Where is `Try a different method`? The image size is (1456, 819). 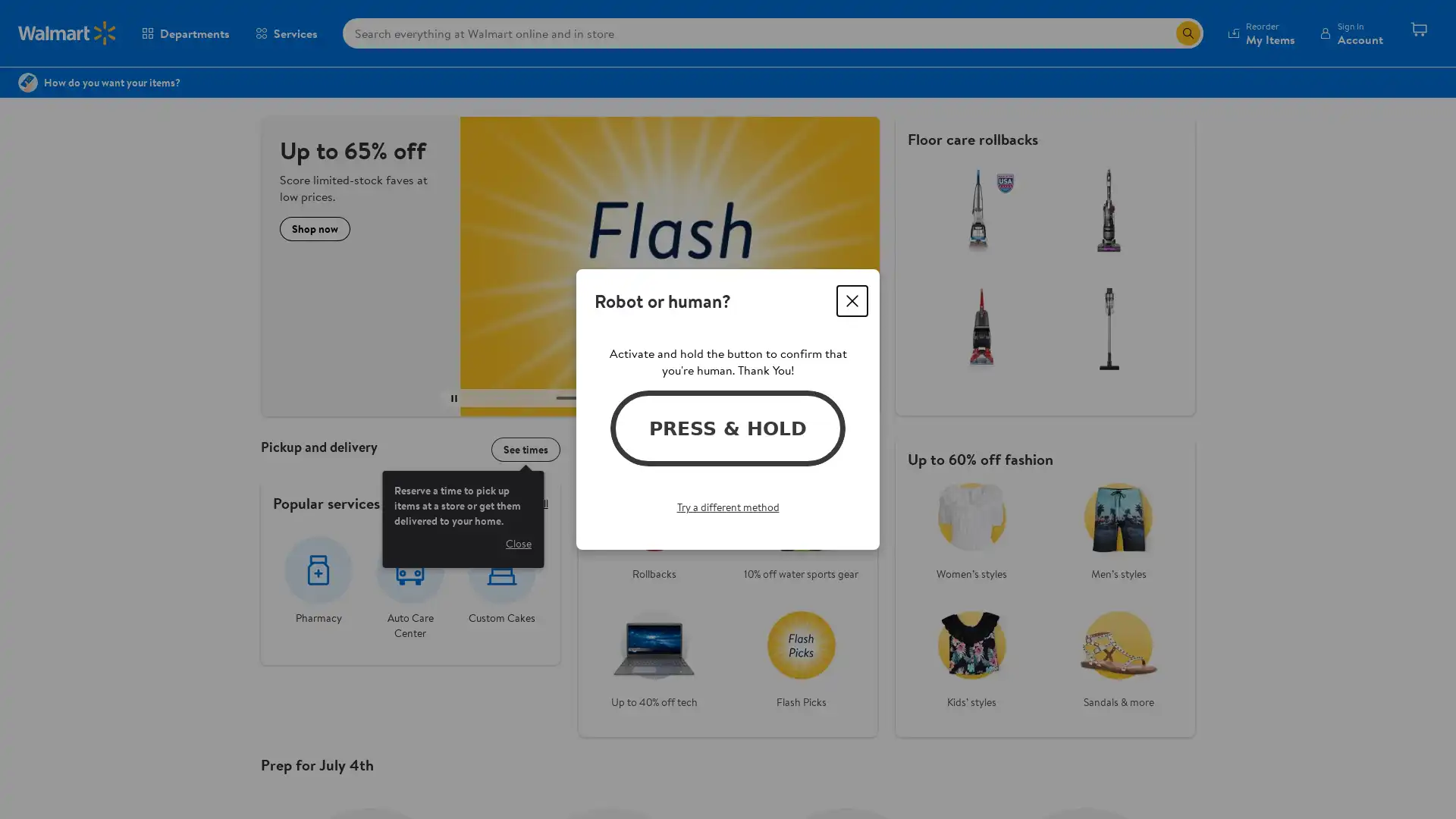
Try a different method is located at coordinates (726, 507).